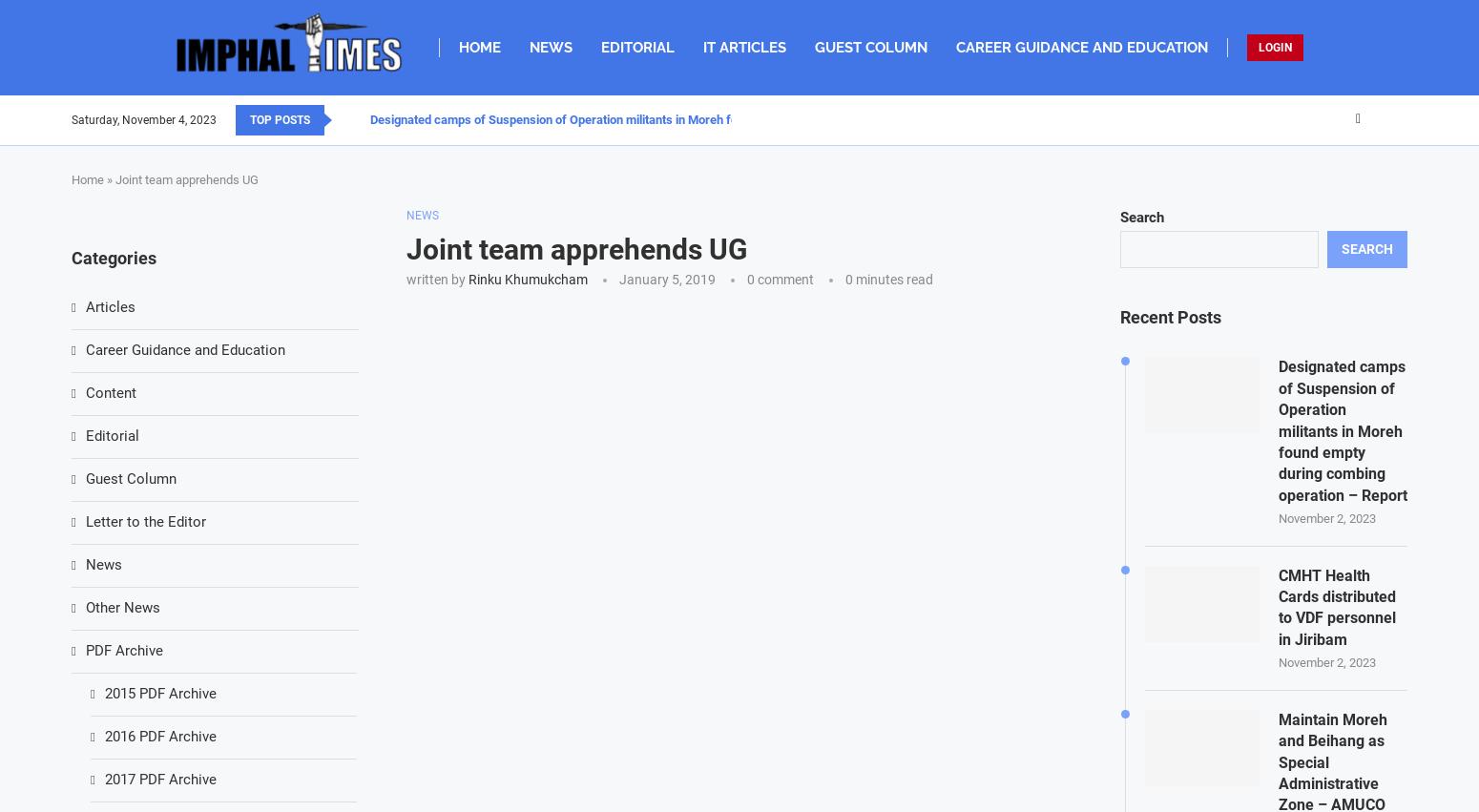 Image resolution: width=1479 pixels, height=812 pixels. What do you see at coordinates (130, 478) in the screenshot?
I see `'Guest Column'` at bounding box center [130, 478].